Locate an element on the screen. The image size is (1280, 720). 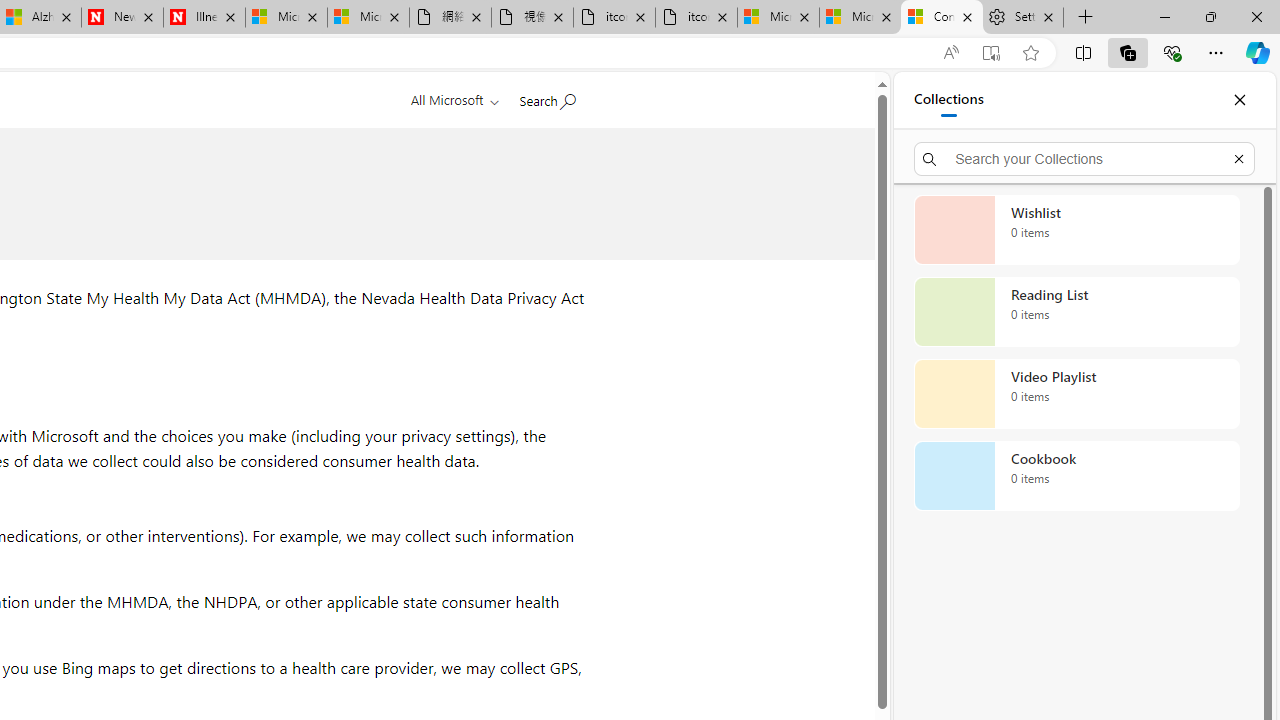
'itconcepthk.com/projector_solutions.mp4' is located at coordinates (696, 17).